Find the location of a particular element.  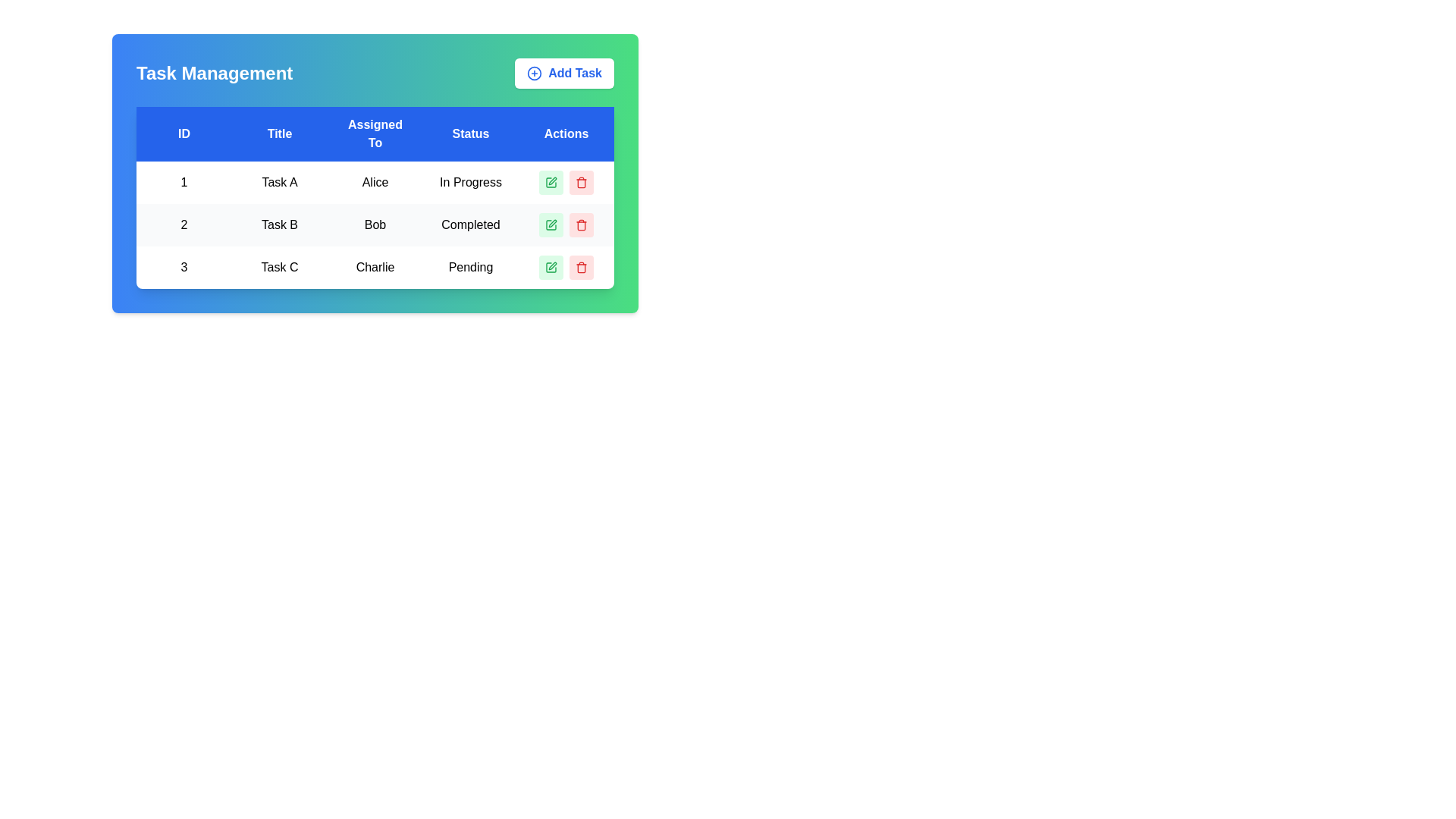

the Text label that contains 'Task A' within the first row of the task table, positioned in the second column under the 'Title' header is located at coordinates (280, 181).